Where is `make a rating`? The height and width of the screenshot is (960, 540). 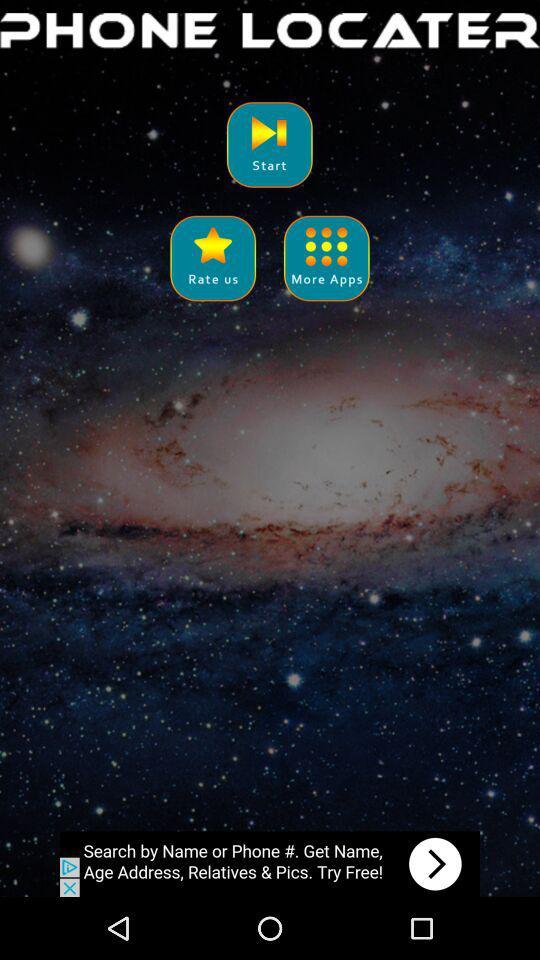
make a rating is located at coordinates (212, 257).